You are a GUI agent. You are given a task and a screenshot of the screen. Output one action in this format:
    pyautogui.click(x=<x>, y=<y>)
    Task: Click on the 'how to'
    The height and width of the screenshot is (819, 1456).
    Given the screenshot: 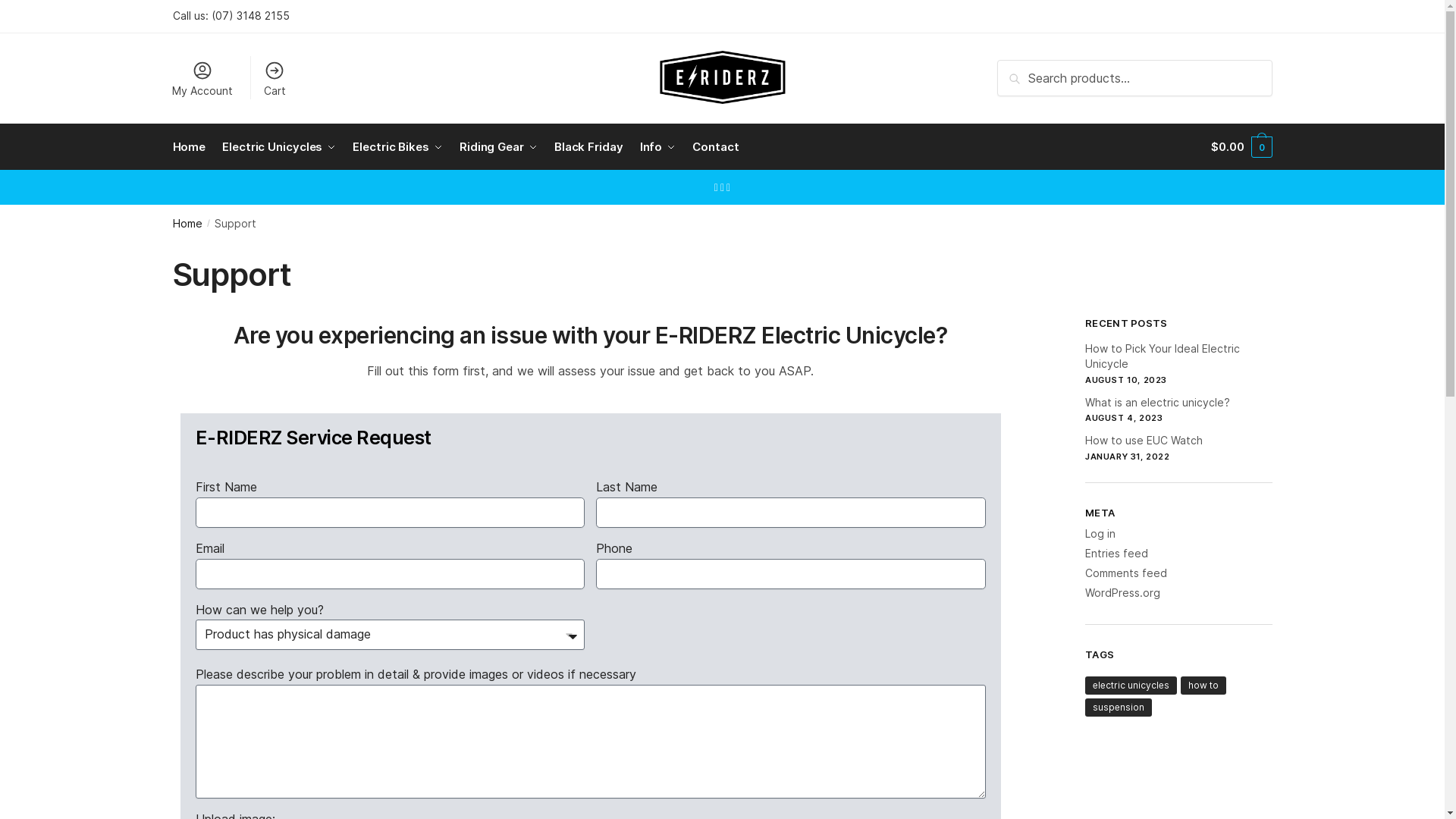 What is the action you would take?
    pyautogui.click(x=1203, y=685)
    